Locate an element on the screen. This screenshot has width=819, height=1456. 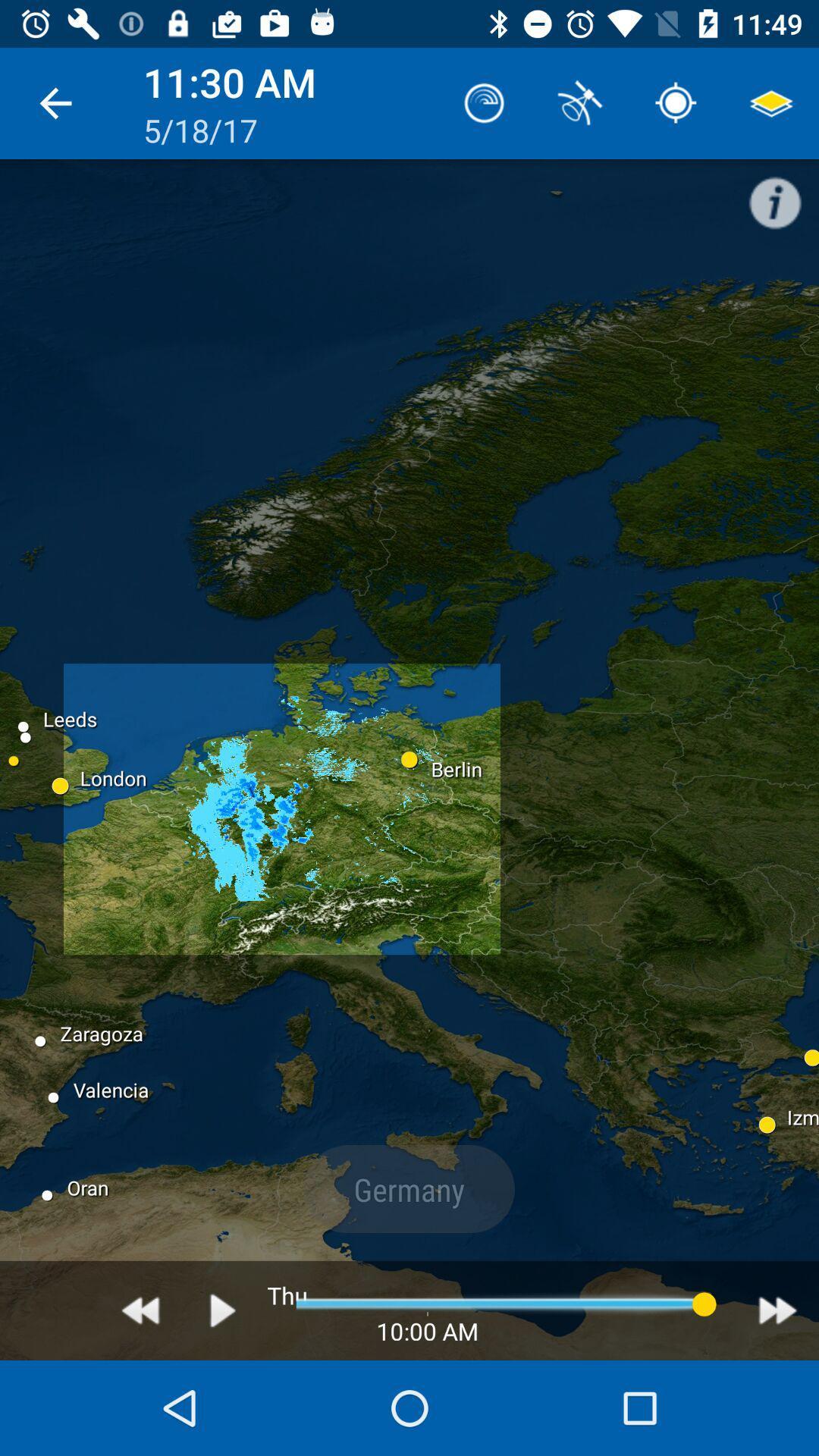
the item below 5/18/17 item is located at coordinates (223, 1310).